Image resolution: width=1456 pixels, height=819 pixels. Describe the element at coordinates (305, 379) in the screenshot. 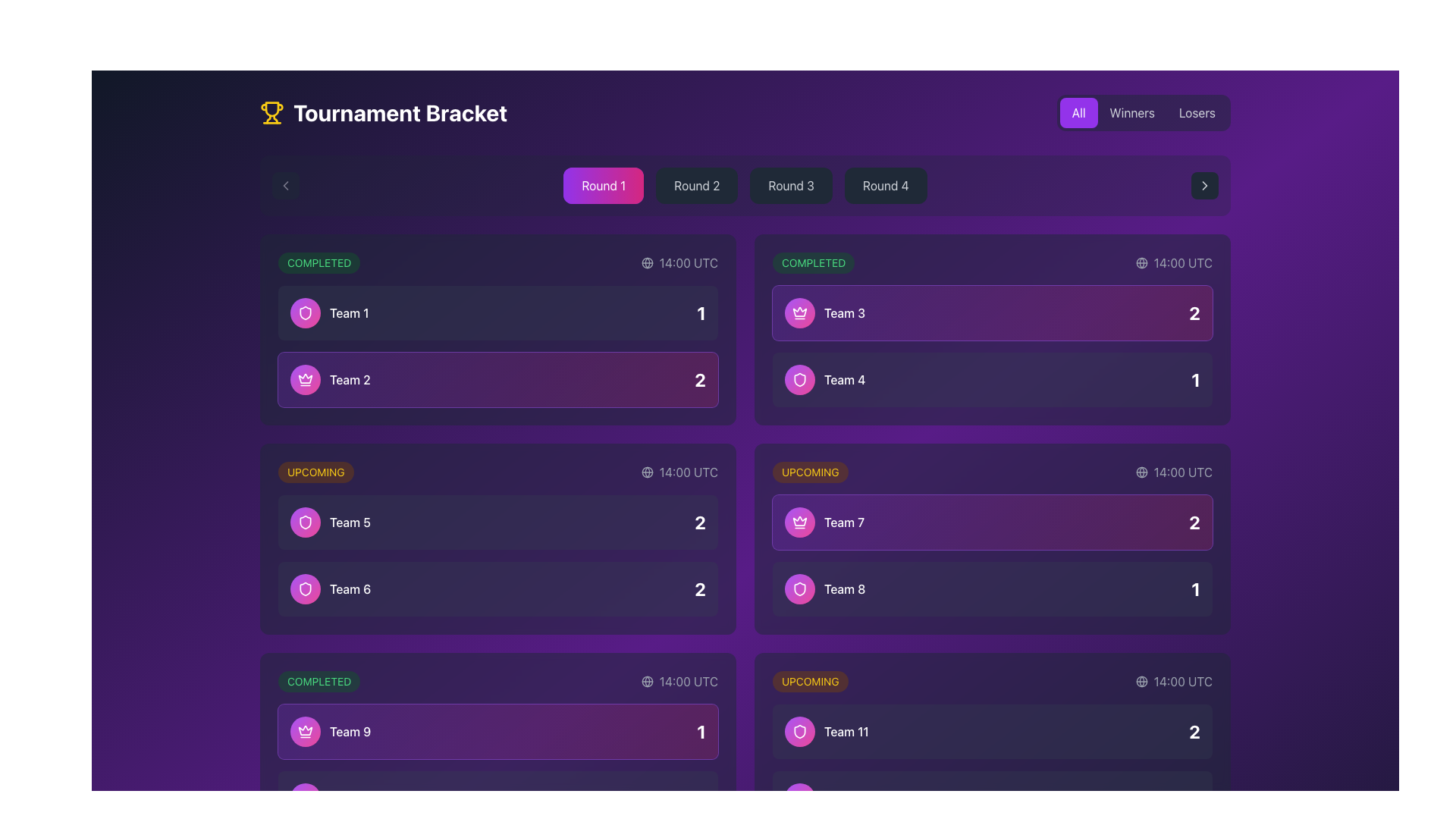

I see `the circular badge icon with a crown inside it, located to the left of the text 'Team 2' in the 'Completed' section of the tournament bracket interface` at that location.